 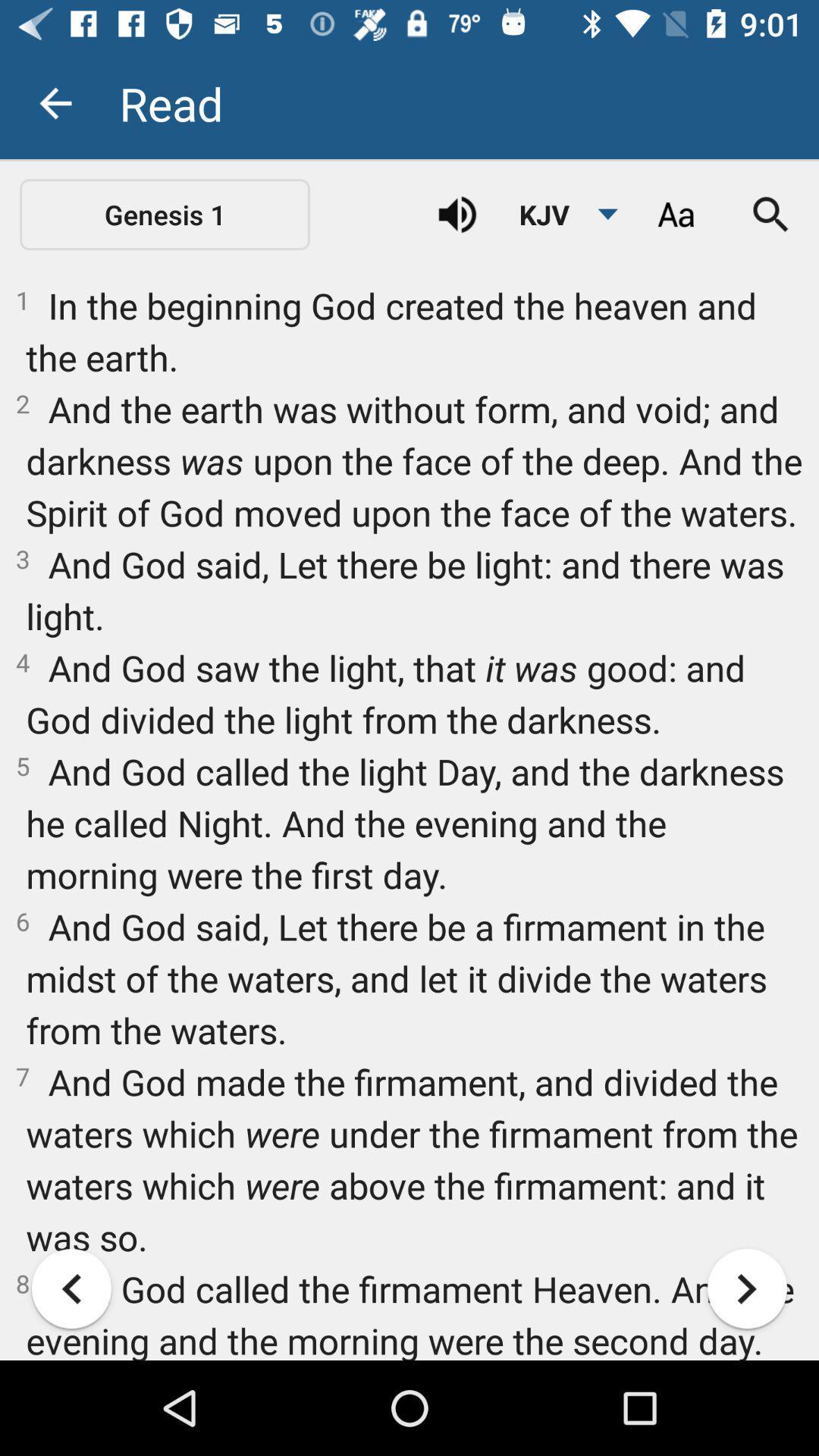 I want to click on icon above 1 in the, so click(x=165, y=214).